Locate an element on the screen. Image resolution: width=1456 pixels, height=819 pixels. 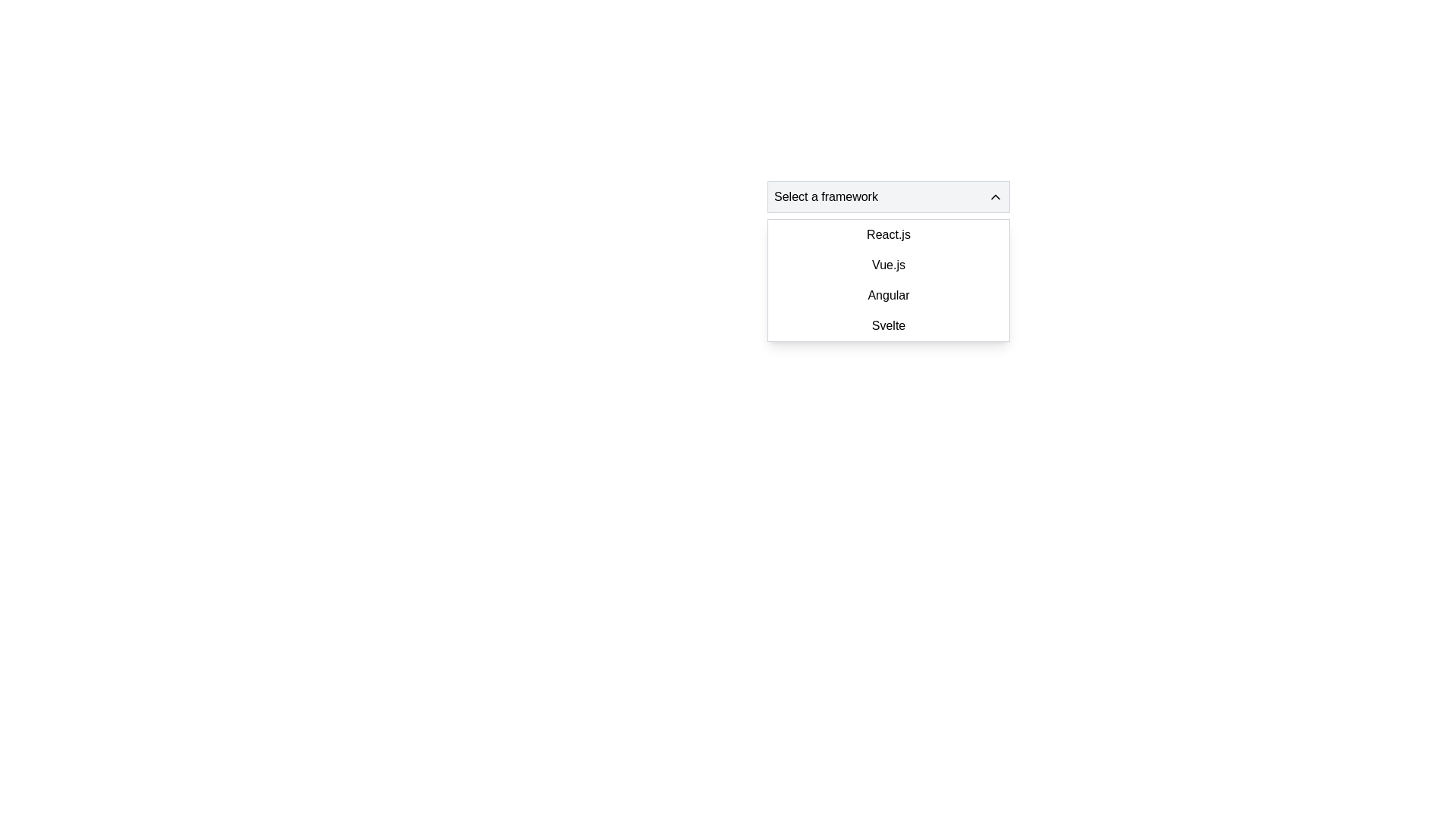
the third item in the dropdown menu is located at coordinates (888, 295).